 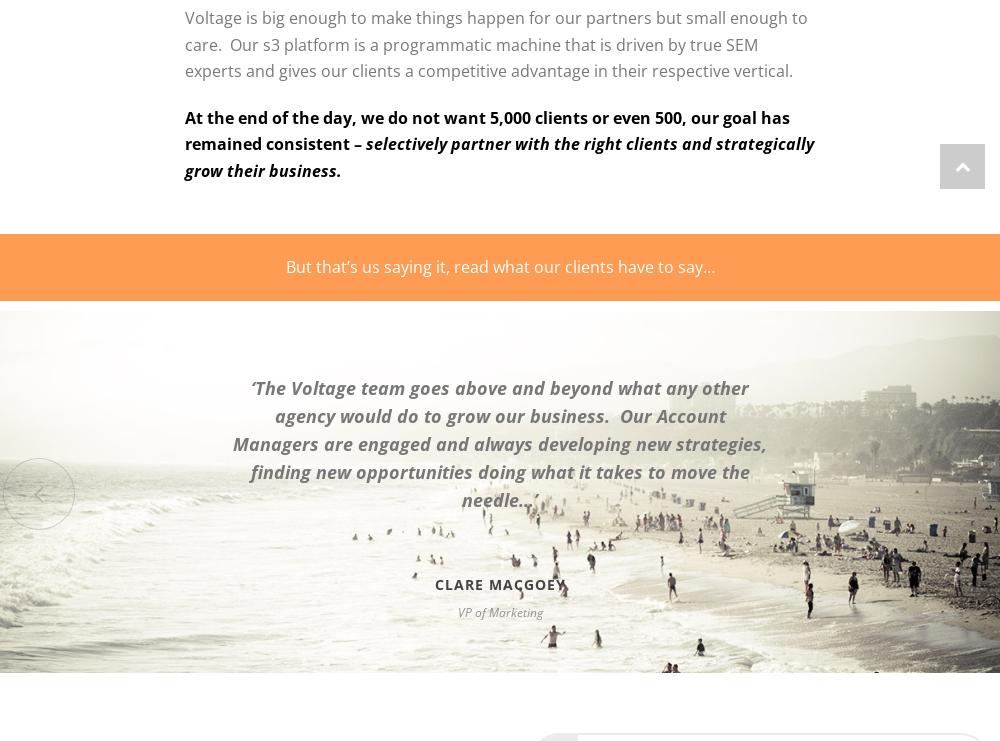 I want to click on 'selectively partner with the right clients and strategically grow their business.', so click(x=185, y=157).